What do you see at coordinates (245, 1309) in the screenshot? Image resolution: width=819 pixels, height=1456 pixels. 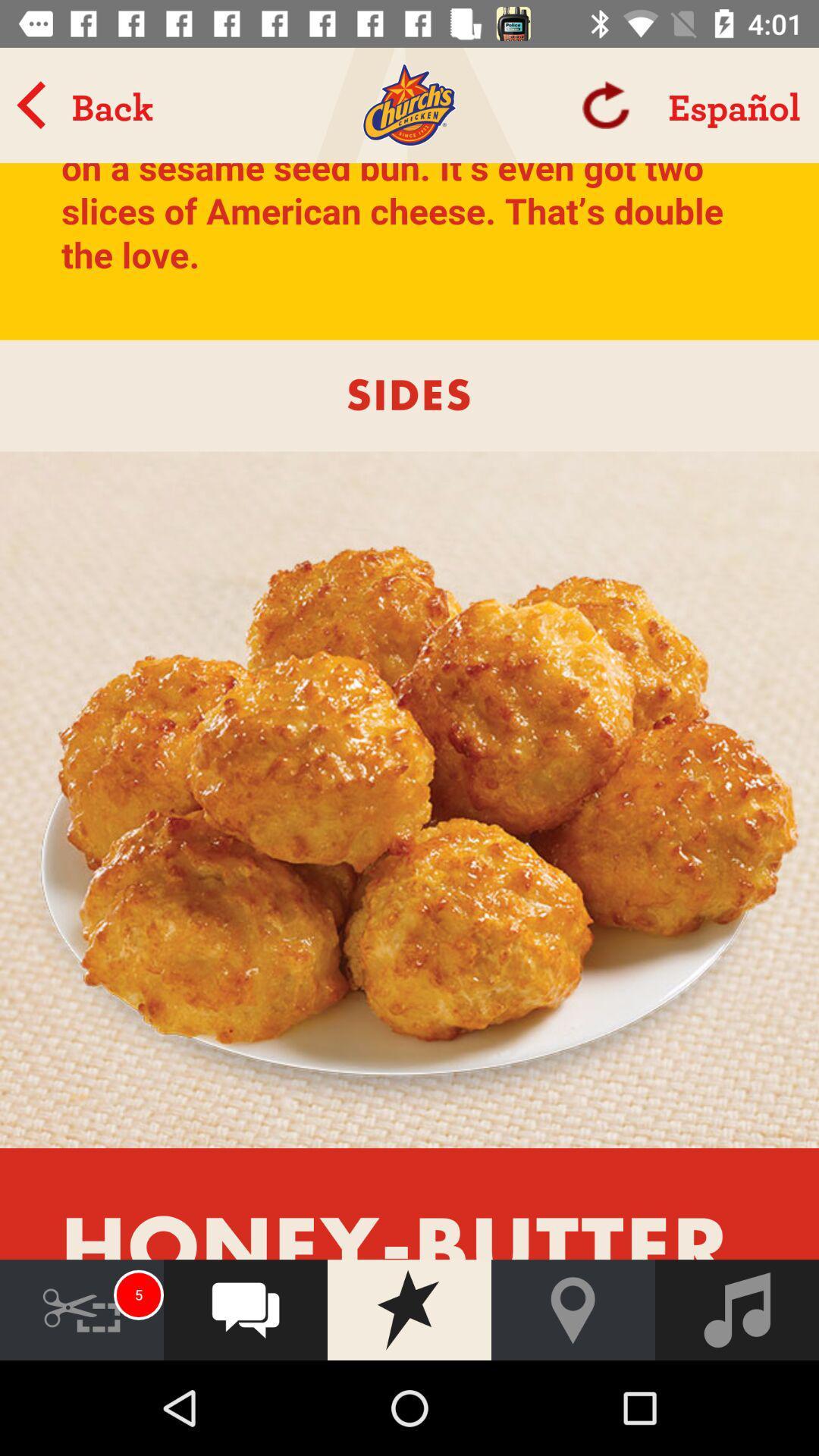 I see `the chat icon` at bounding box center [245, 1309].